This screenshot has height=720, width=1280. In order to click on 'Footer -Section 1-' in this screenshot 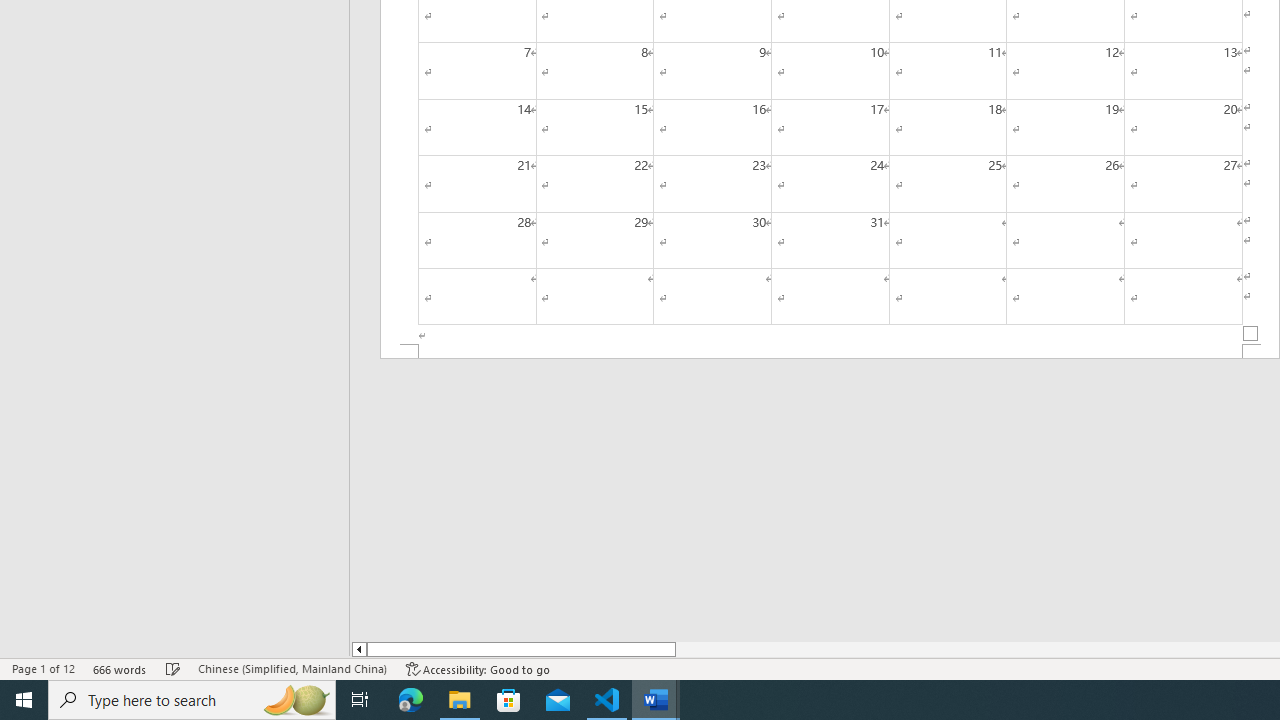, I will do `click(830, 350)`.